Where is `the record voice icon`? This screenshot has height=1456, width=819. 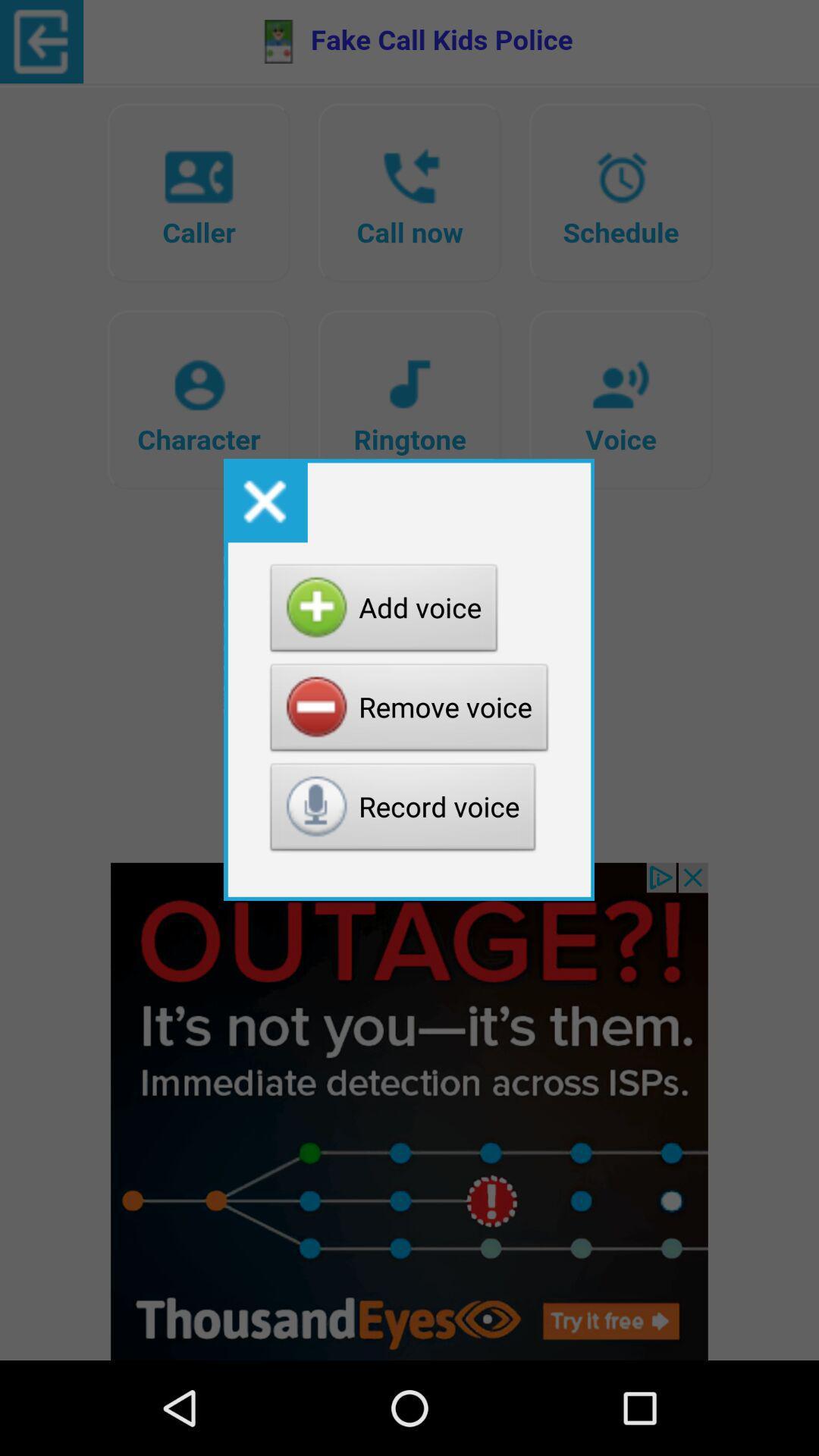 the record voice icon is located at coordinates (402, 810).